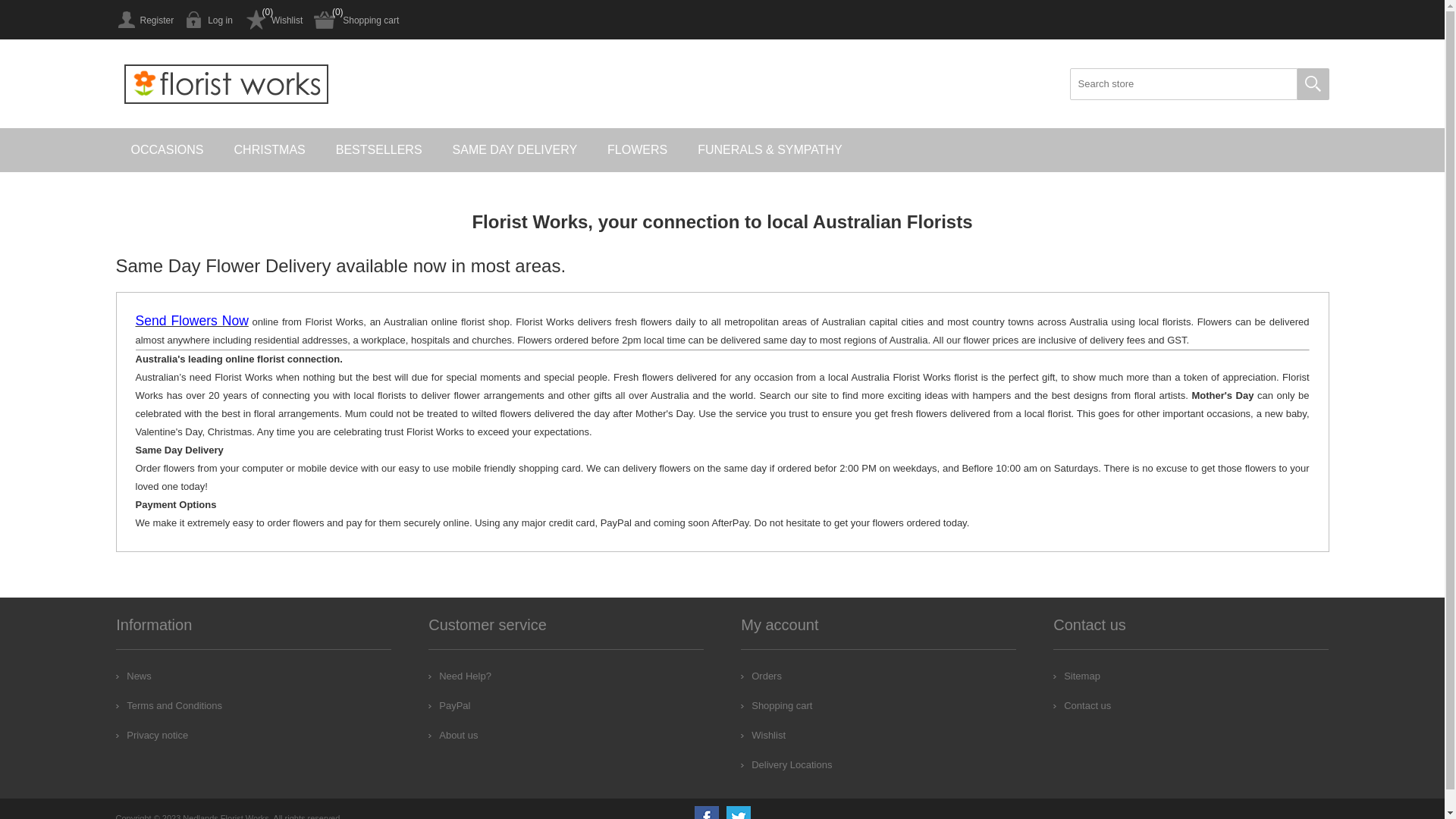 The height and width of the screenshot is (819, 1456). I want to click on 'Privacy notice', so click(152, 734).